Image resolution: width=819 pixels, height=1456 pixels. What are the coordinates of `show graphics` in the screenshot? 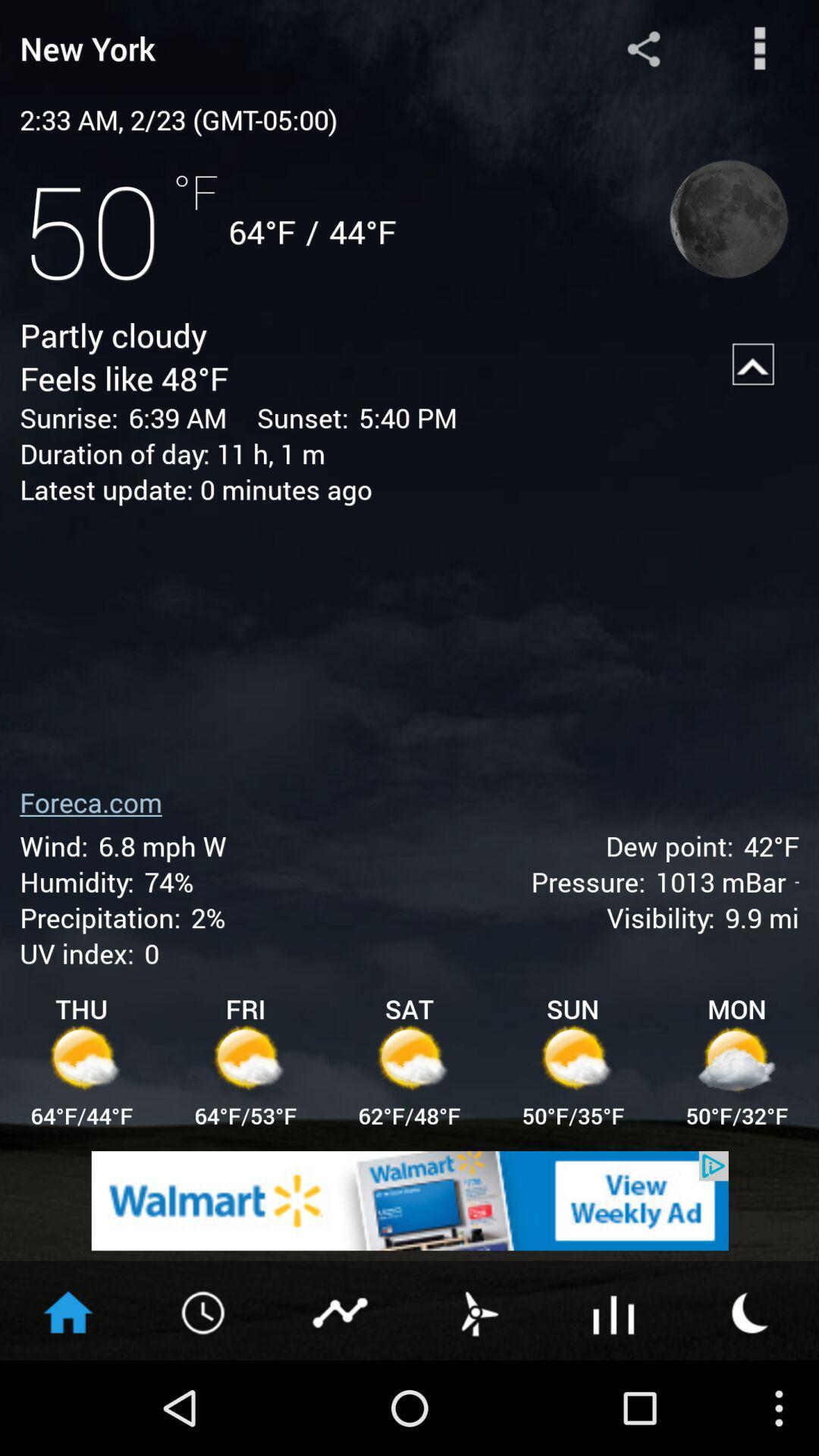 It's located at (341, 1310).